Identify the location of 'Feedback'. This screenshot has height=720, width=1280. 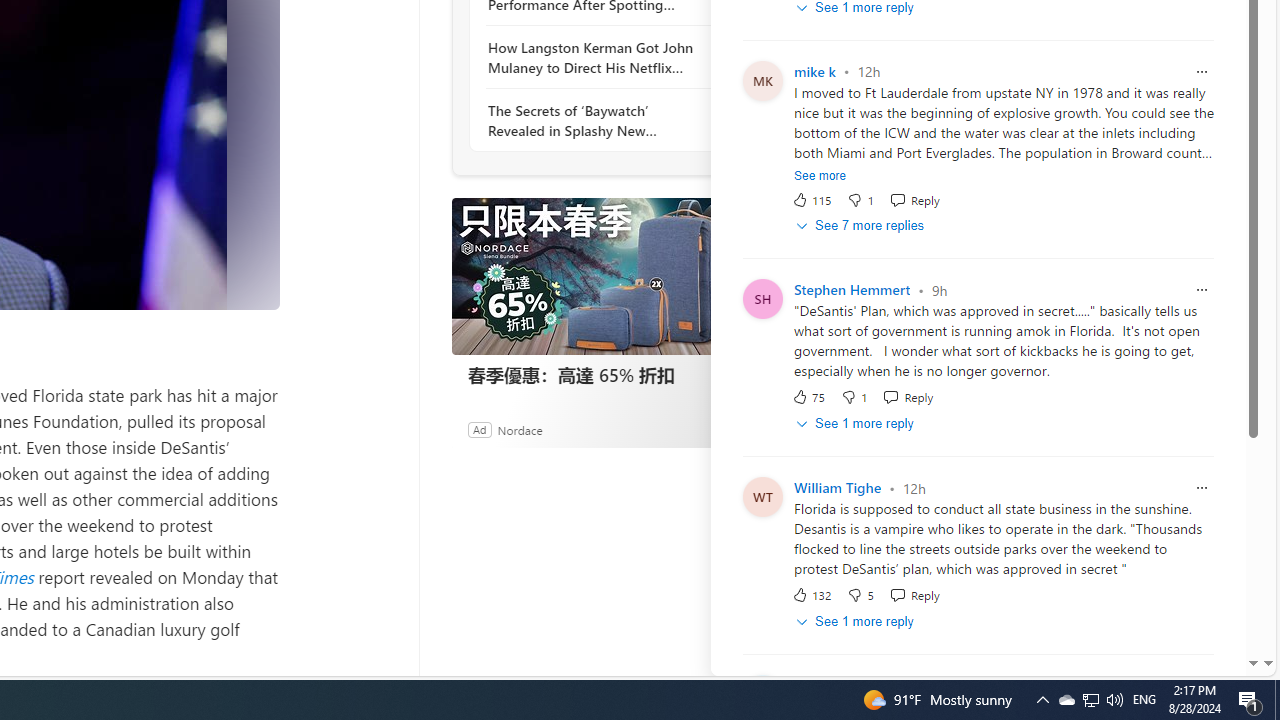
(1185, 659).